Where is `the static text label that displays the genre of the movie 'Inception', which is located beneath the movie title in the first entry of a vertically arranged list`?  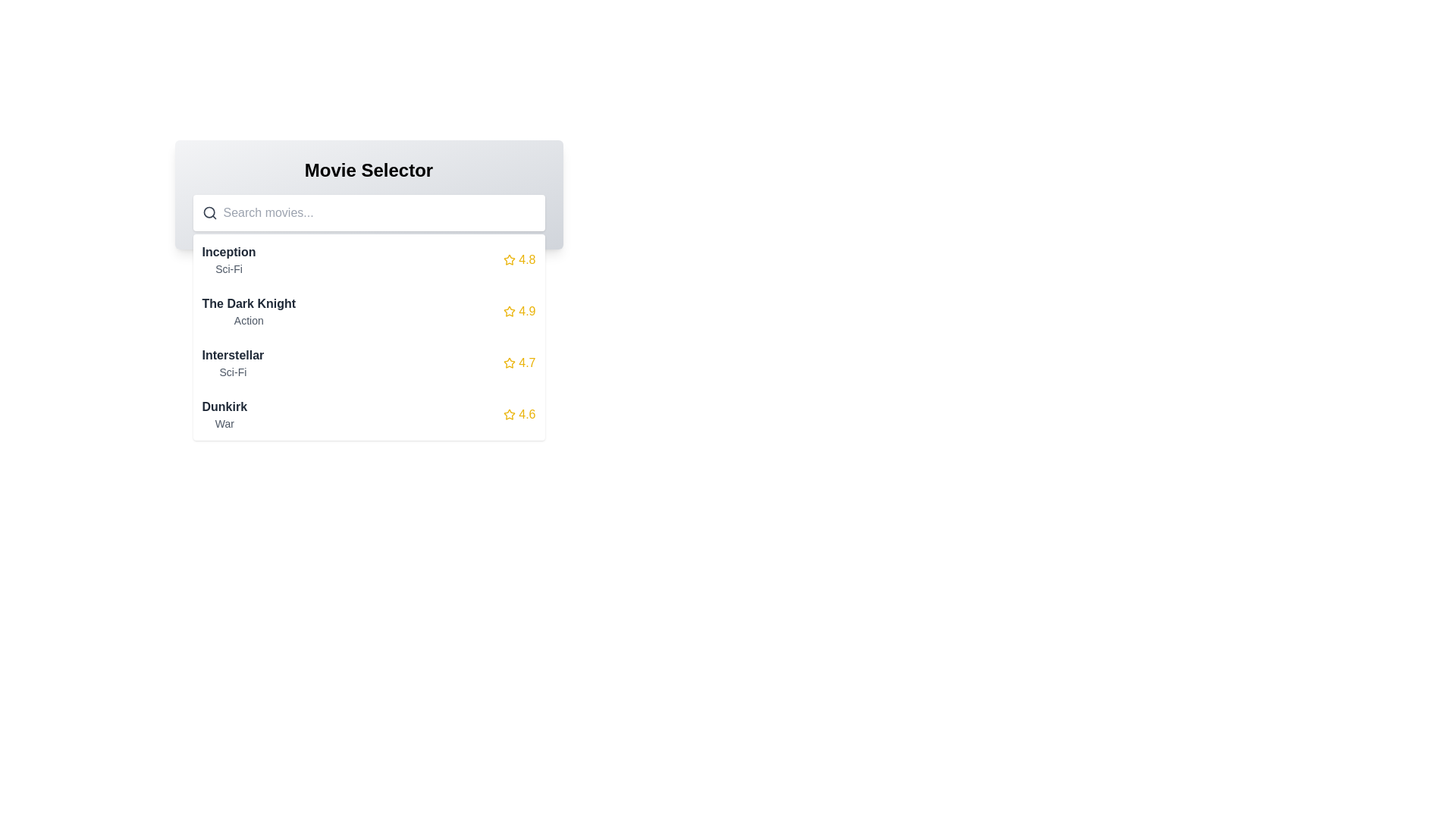
the static text label that displays the genre of the movie 'Inception', which is located beneath the movie title in the first entry of a vertically arranged list is located at coordinates (228, 268).